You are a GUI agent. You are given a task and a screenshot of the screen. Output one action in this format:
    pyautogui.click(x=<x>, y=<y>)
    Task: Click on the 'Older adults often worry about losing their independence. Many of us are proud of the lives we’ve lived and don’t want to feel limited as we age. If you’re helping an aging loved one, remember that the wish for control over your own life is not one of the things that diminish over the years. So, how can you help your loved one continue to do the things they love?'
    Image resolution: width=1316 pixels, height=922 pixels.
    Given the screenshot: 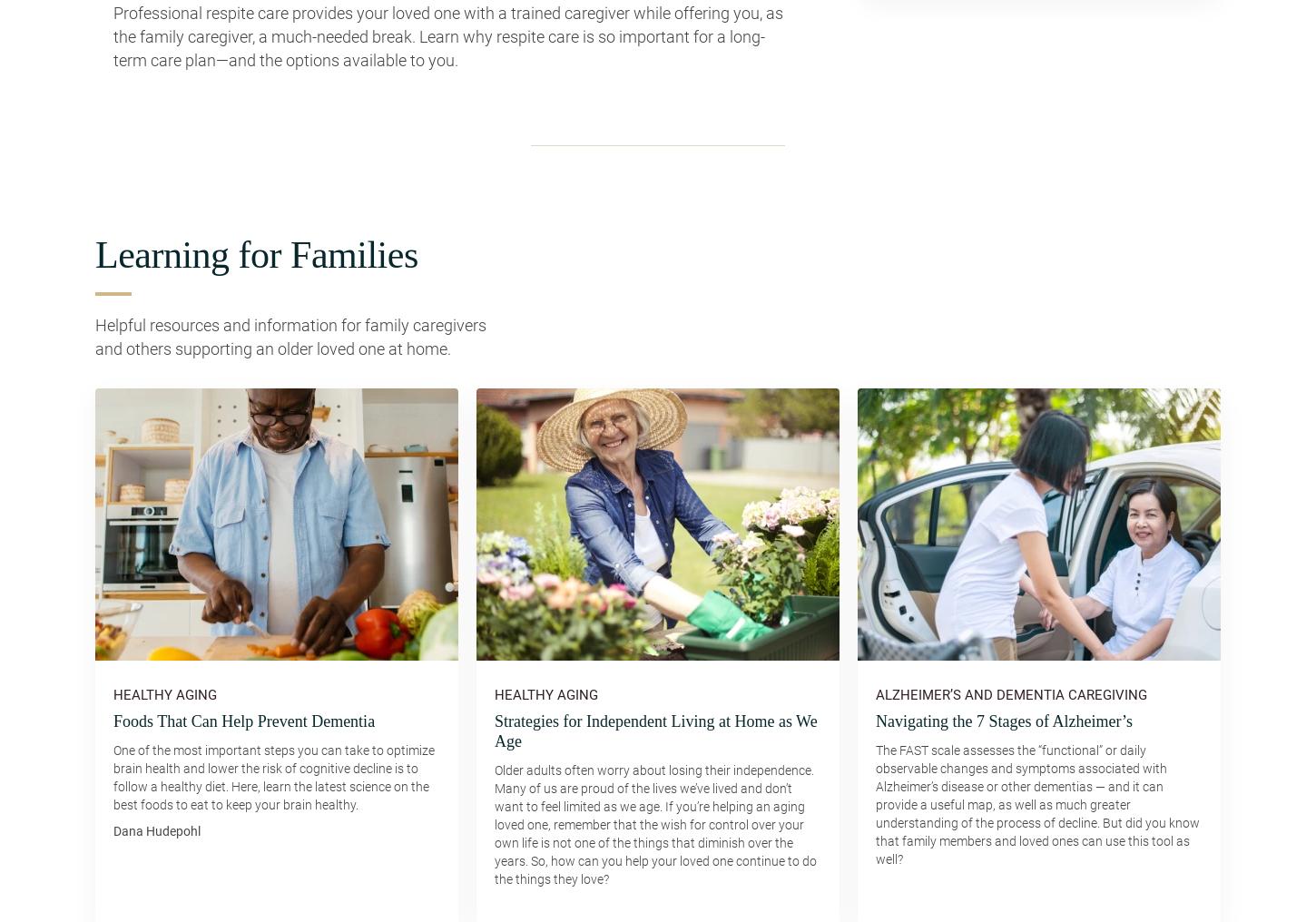 What is the action you would take?
    pyautogui.click(x=654, y=824)
    